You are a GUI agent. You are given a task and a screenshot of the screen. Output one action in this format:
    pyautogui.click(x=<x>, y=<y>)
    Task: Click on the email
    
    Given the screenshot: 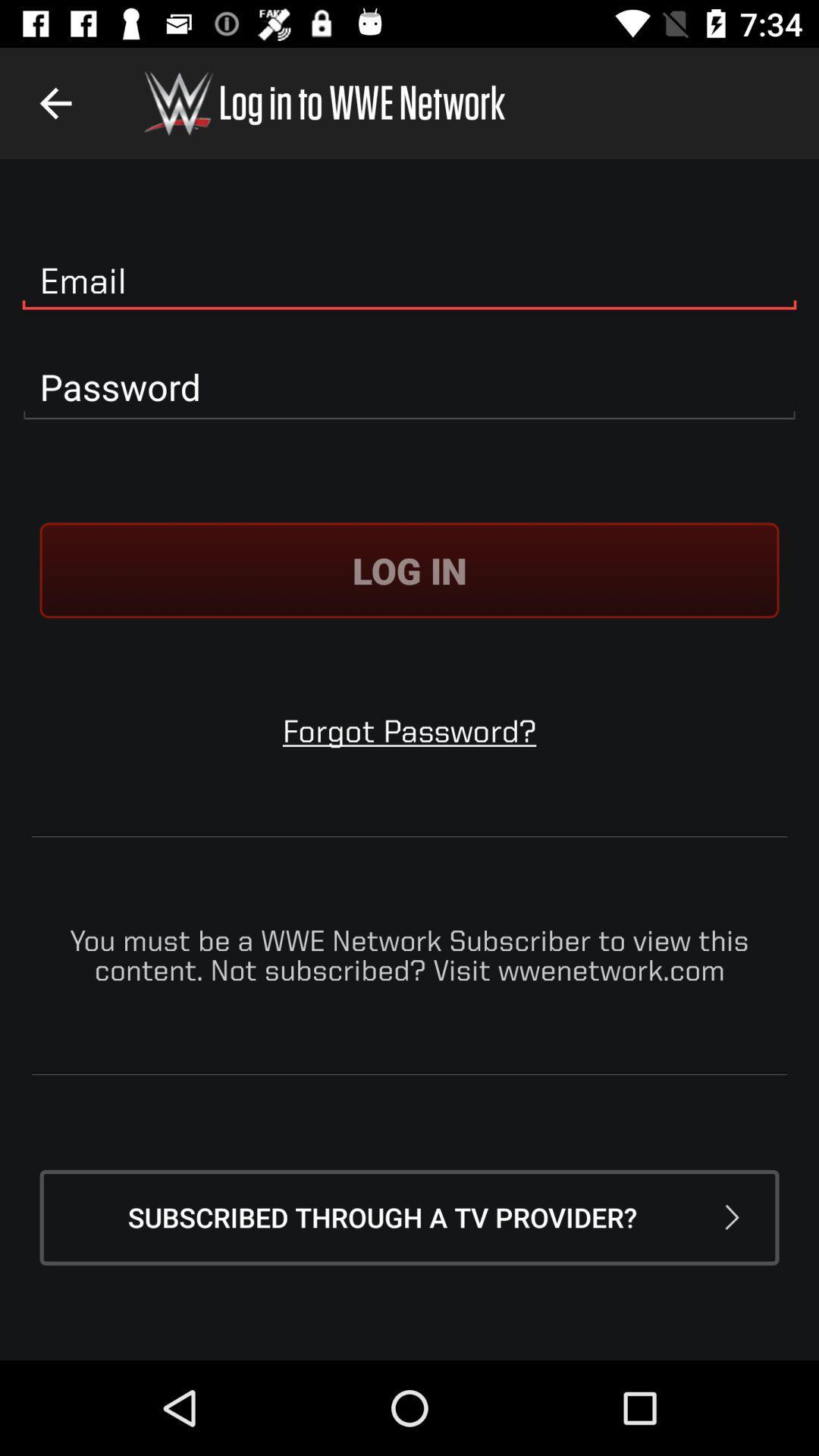 What is the action you would take?
    pyautogui.click(x=409, y=281)
    